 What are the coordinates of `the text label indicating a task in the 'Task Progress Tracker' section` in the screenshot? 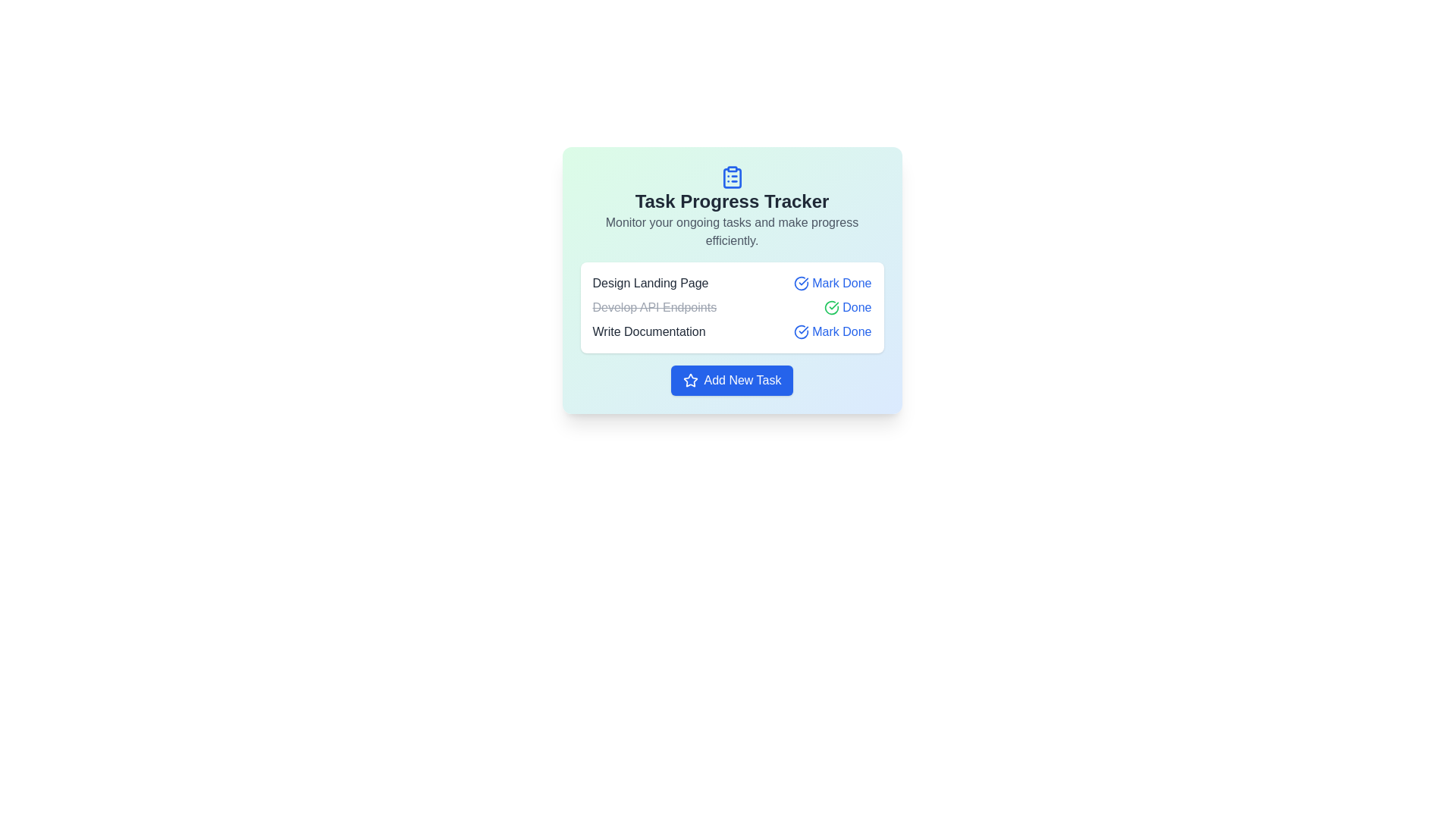 It's located at (649, 331).